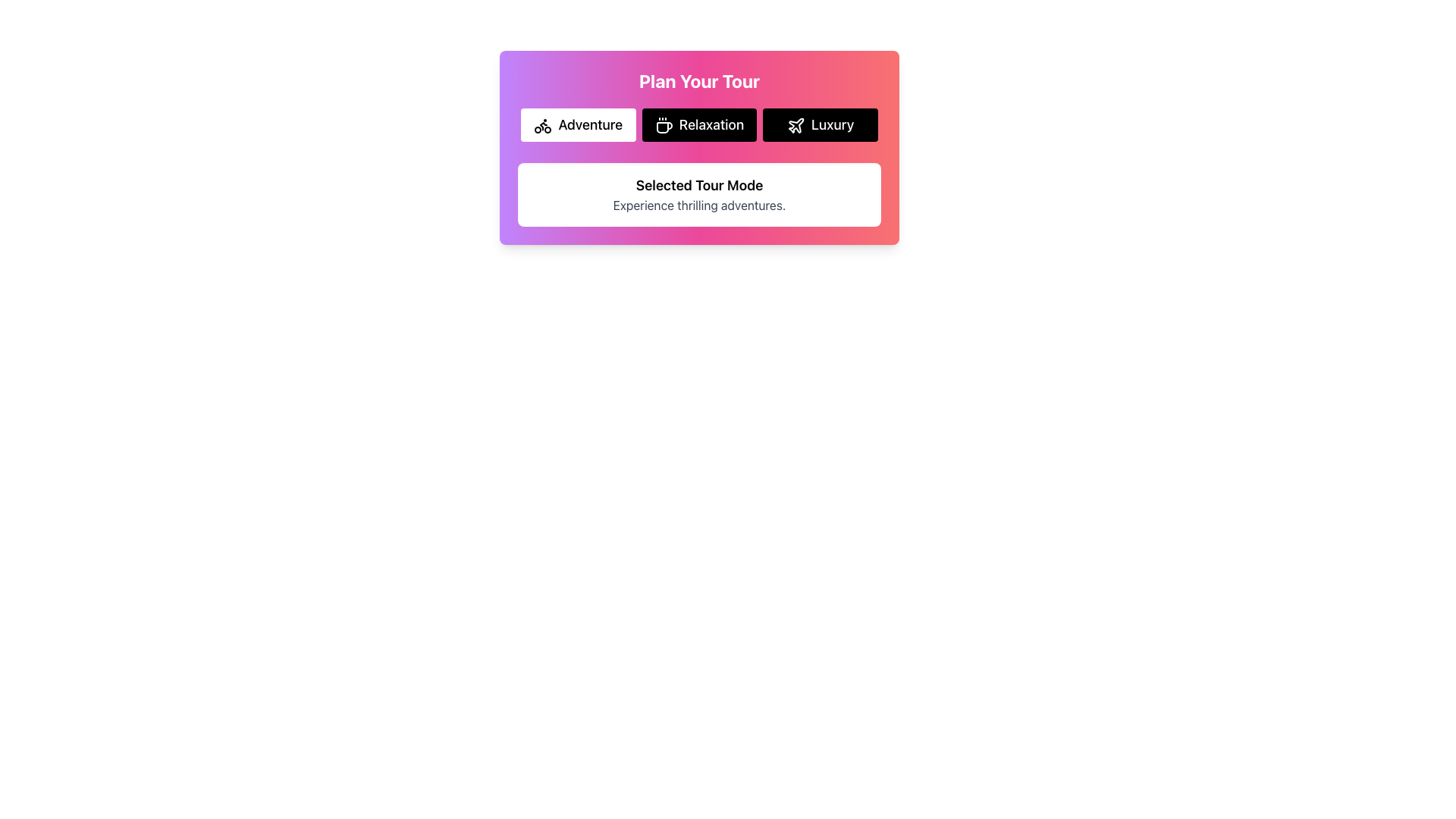 The width and height of the screenshot is (1456, 819). I want to click on the 'Adventure' button located under the 'Plan Your Tour' header, so click(577, 124).